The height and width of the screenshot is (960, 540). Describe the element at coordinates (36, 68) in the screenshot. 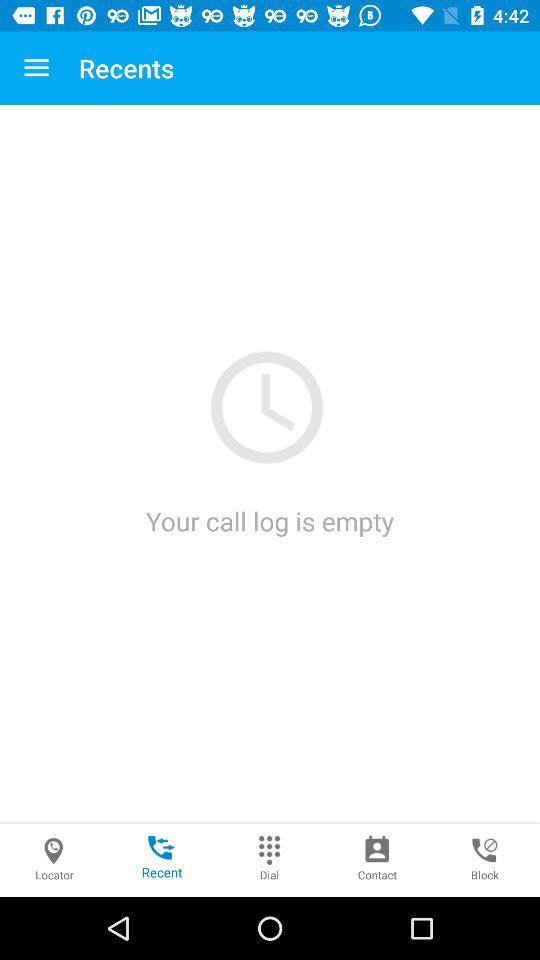

I see `item next to the recents item` at that location.